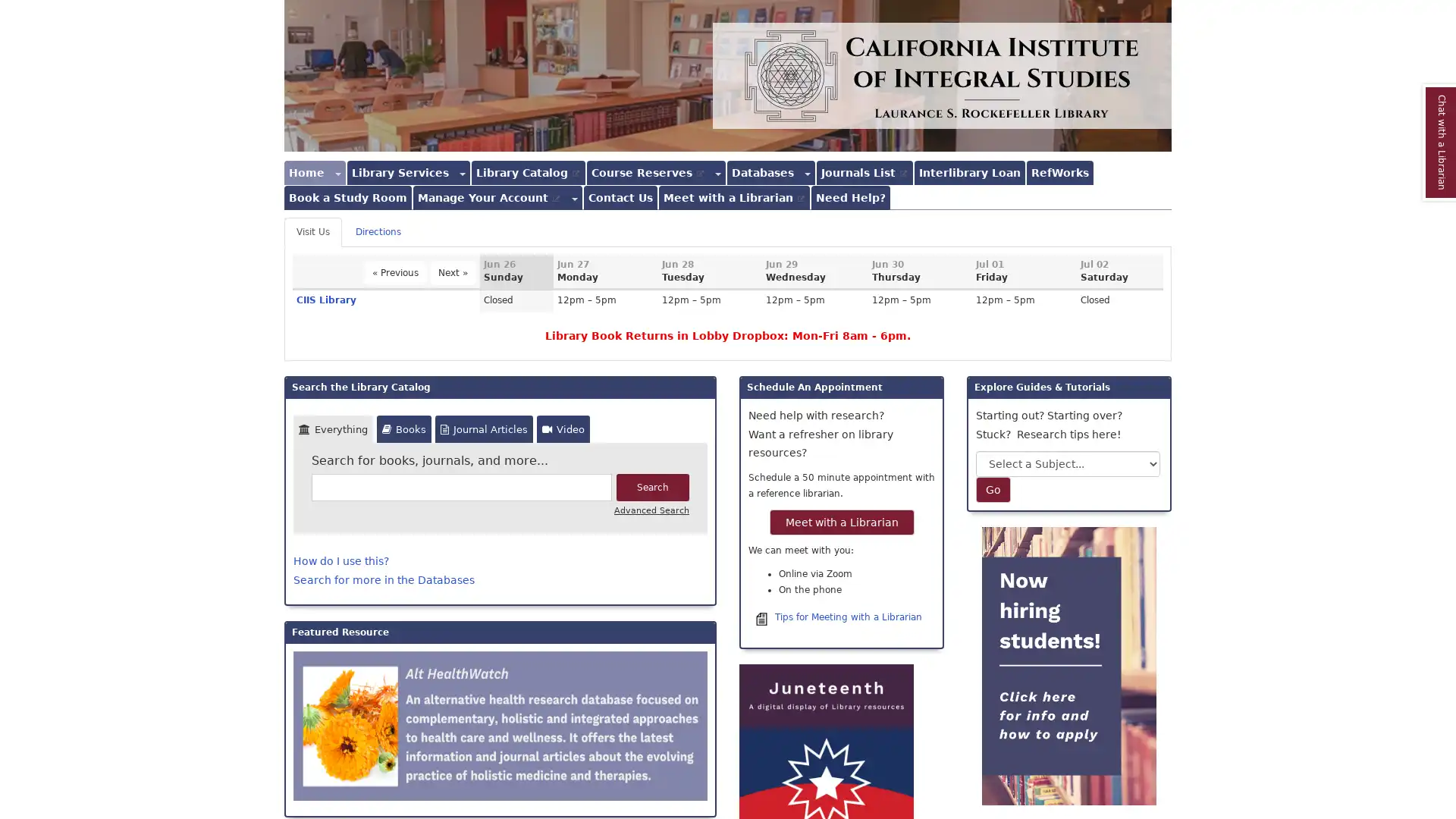 This screenshot has height=819, width=1456. Describe the element at coordinates (993, 489) in the screenshot. I see `Go` at that location.